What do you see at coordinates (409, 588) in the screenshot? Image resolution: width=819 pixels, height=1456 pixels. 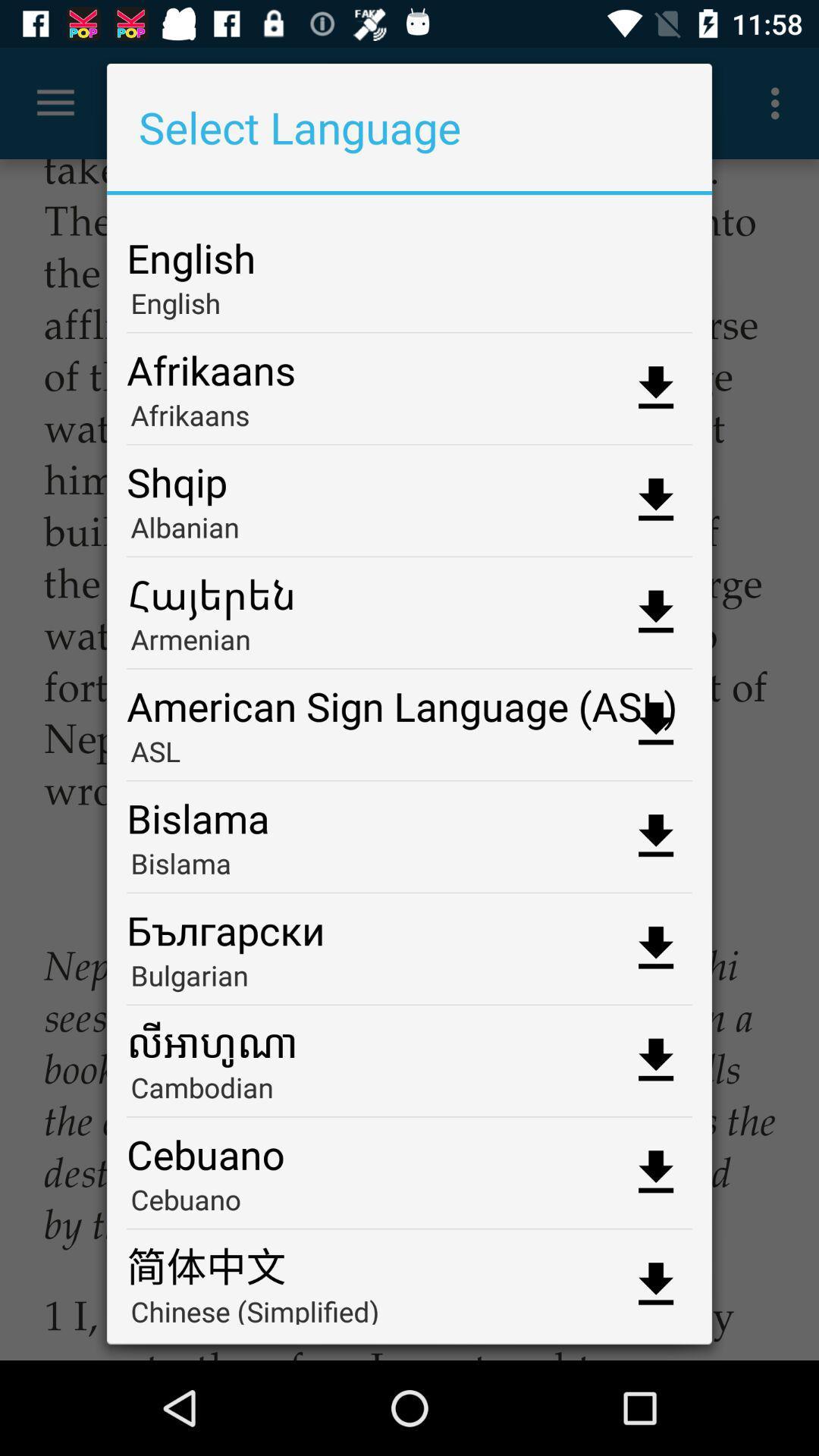 I see `the item above the armenian icon` at bounding box center [409, 588].